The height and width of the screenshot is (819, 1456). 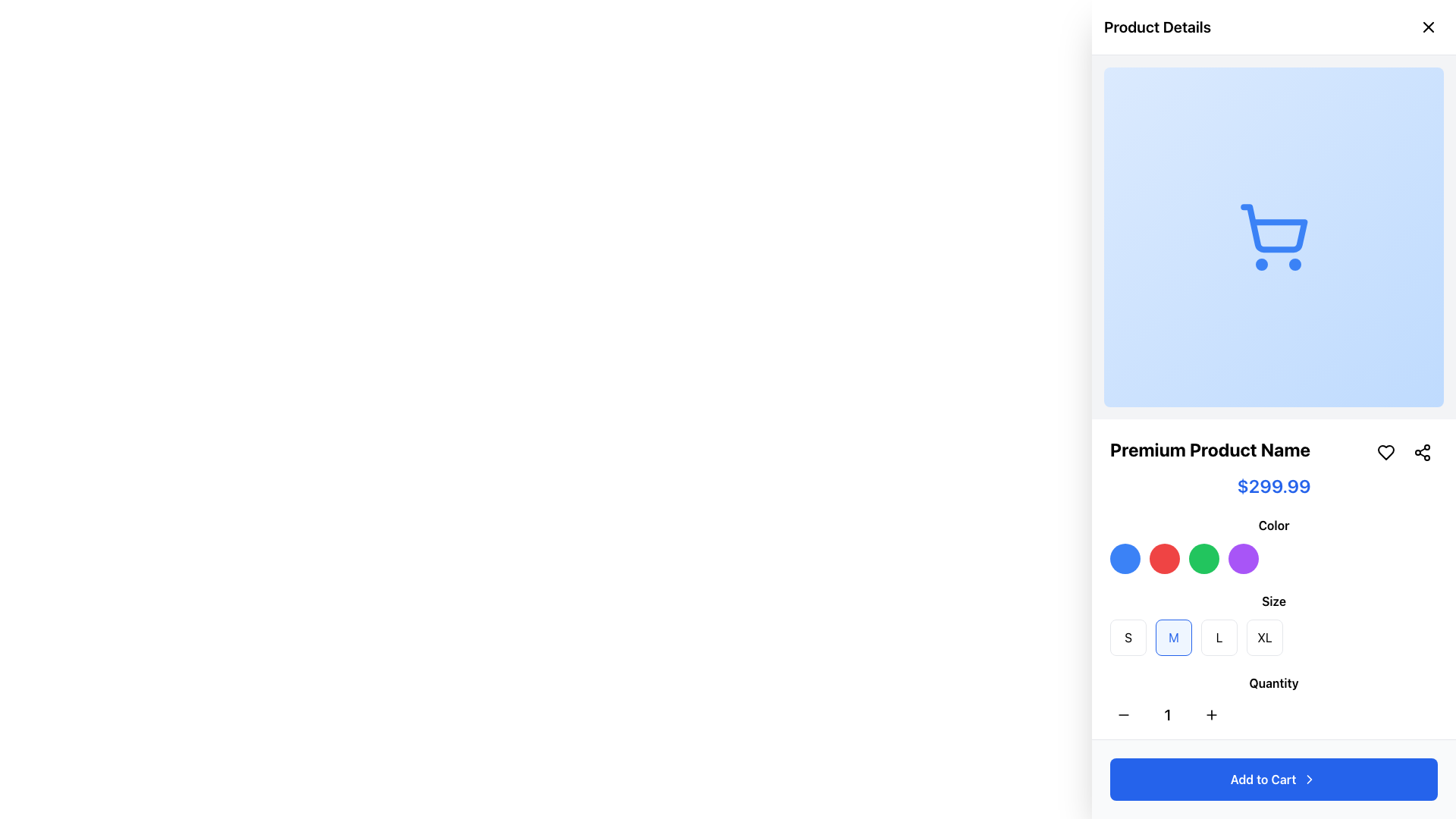 I want to click on the 'Size' text label which is styled with bold font weight and centrally positioned above the size selection buttons, so click(x=1274, y=601).